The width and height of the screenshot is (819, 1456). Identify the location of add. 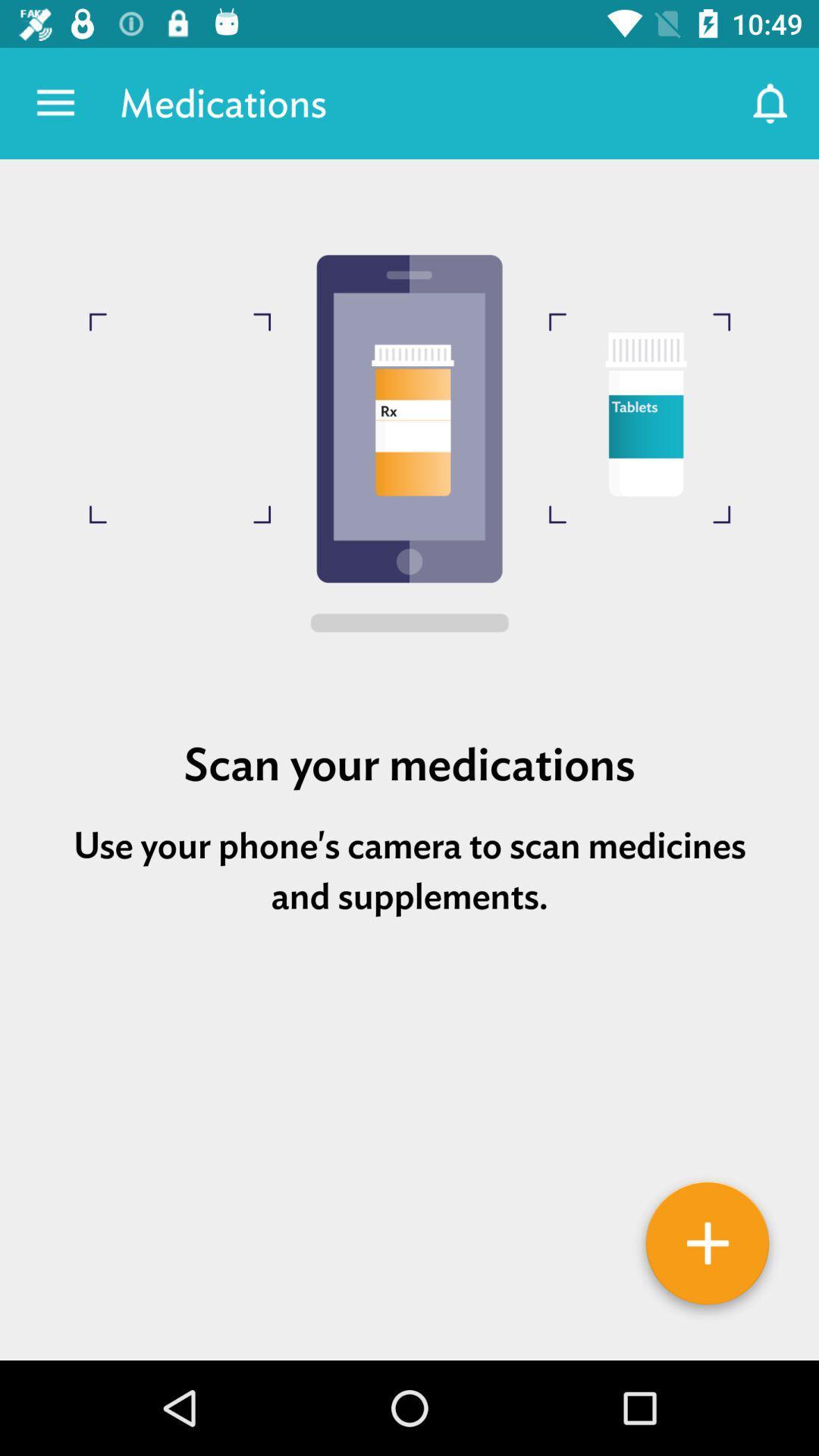
(708, 1248).